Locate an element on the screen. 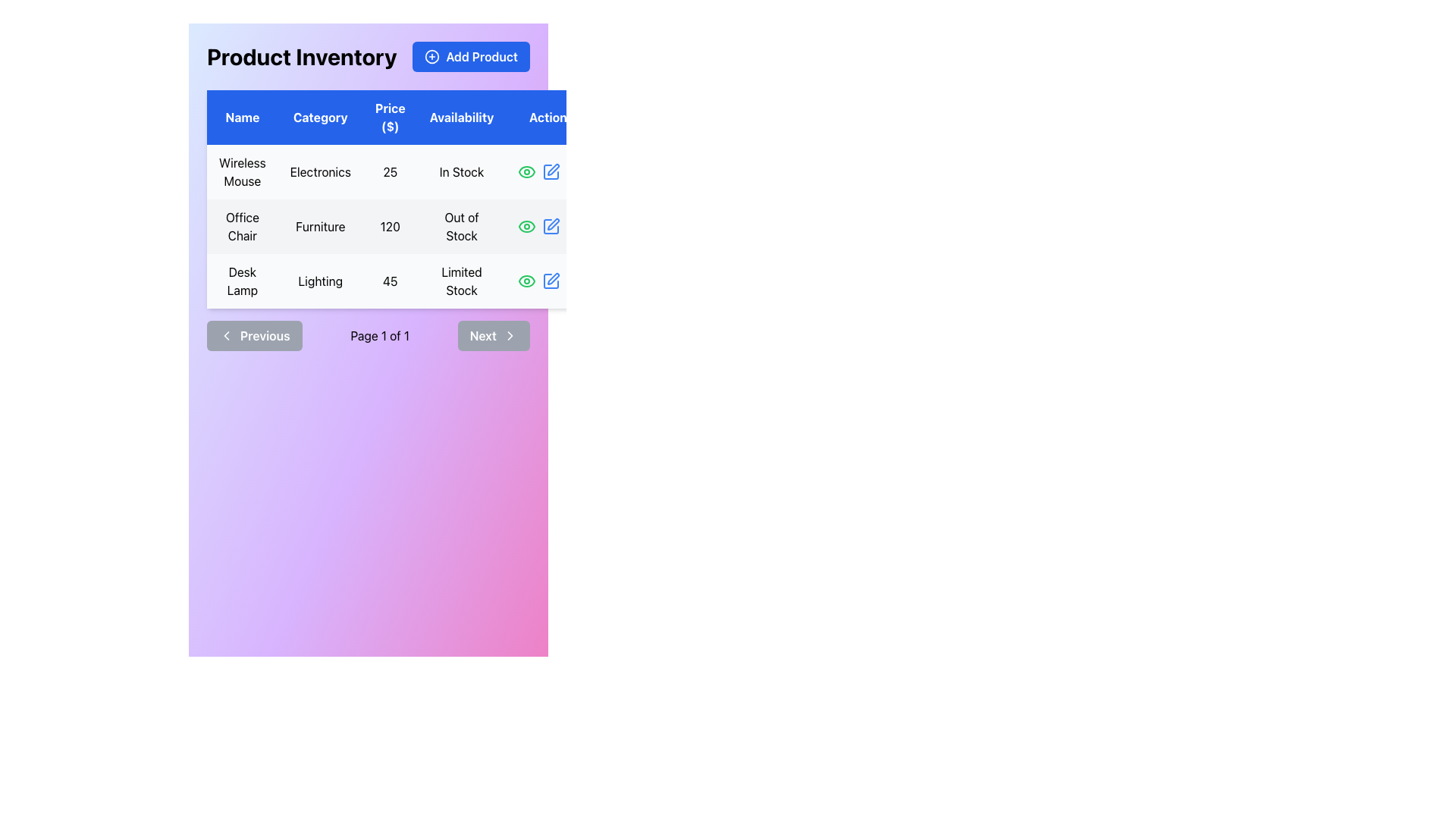 This screenshot has width=1456, height=819. the edit button with an icon located in the 'Actions' column of the first row of the table is located at coordinates (551, 171).